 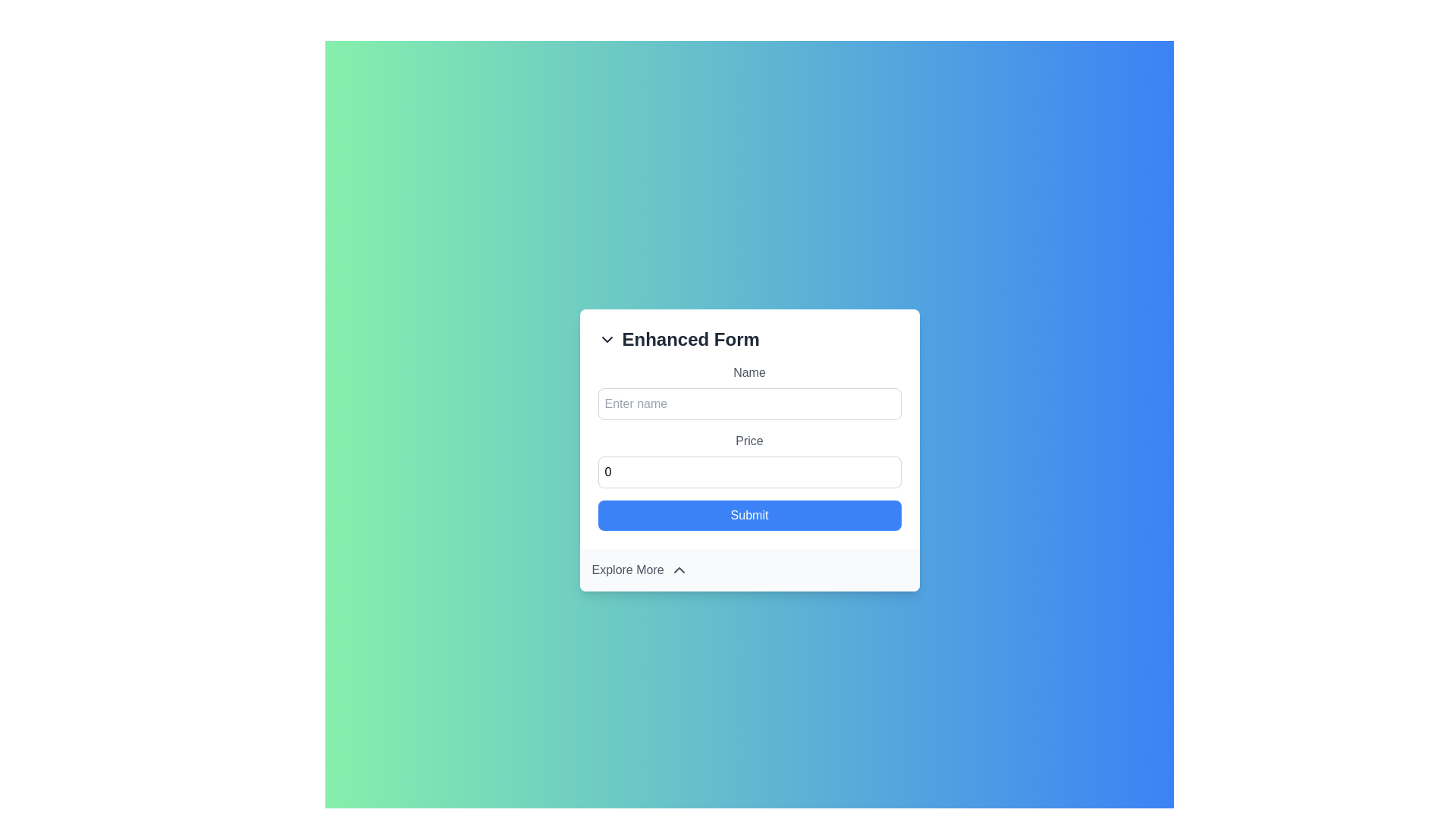 What do you see at coordinates (607, 338) in the screenshot?
I see `the downward-pointing chevron icon located to the left of the 'Enhanced Form' text` at bounding box center [607, 338].